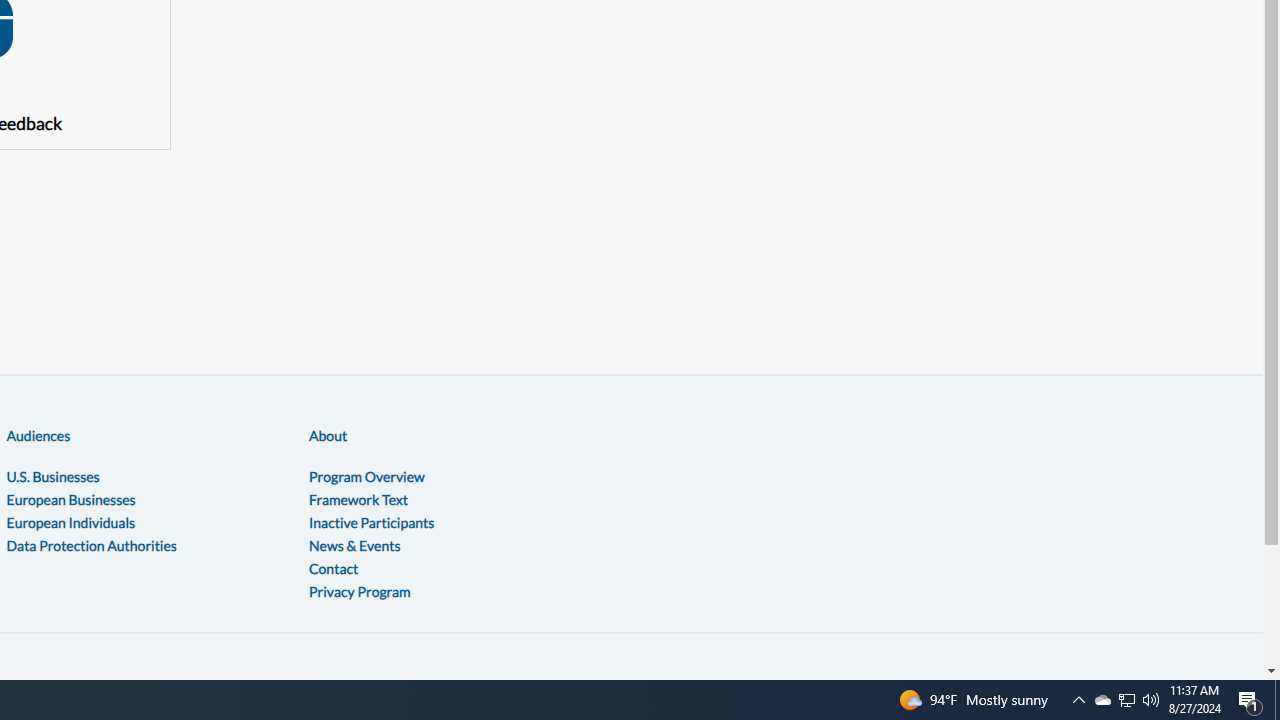  I want to click on 'Privacy Program', so click(359, 589).